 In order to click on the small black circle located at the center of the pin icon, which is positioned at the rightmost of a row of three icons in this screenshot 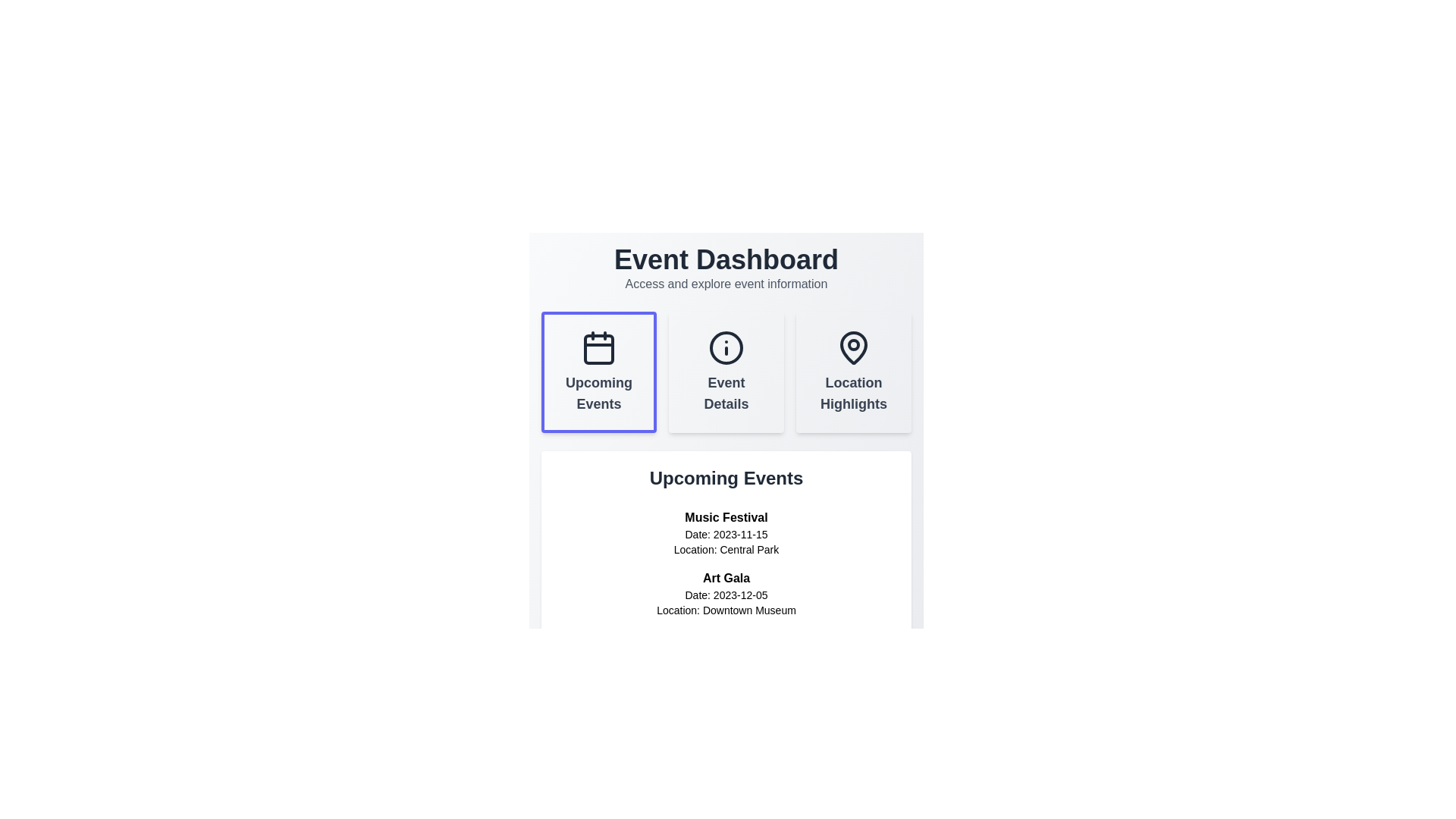, I will do `click(854, 345)`.